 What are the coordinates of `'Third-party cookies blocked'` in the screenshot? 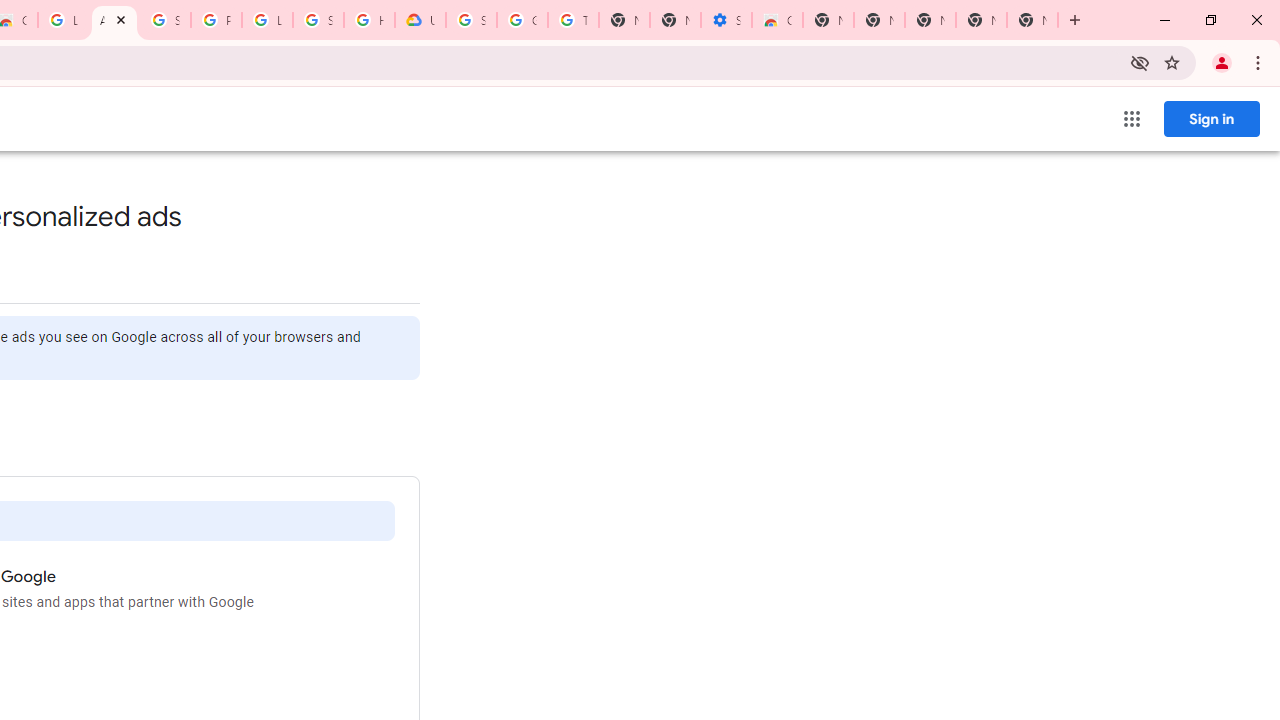 It's located at (1139, 61).